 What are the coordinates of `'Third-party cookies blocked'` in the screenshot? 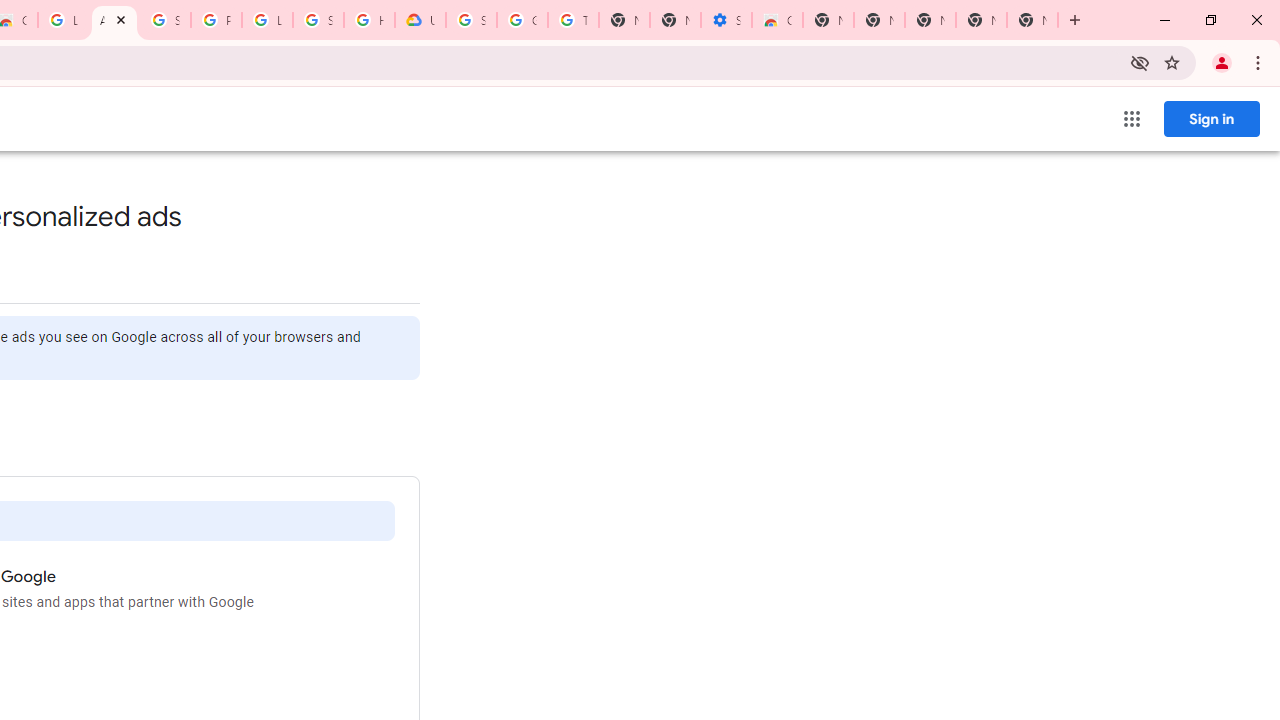 It's located at (1139, 61).